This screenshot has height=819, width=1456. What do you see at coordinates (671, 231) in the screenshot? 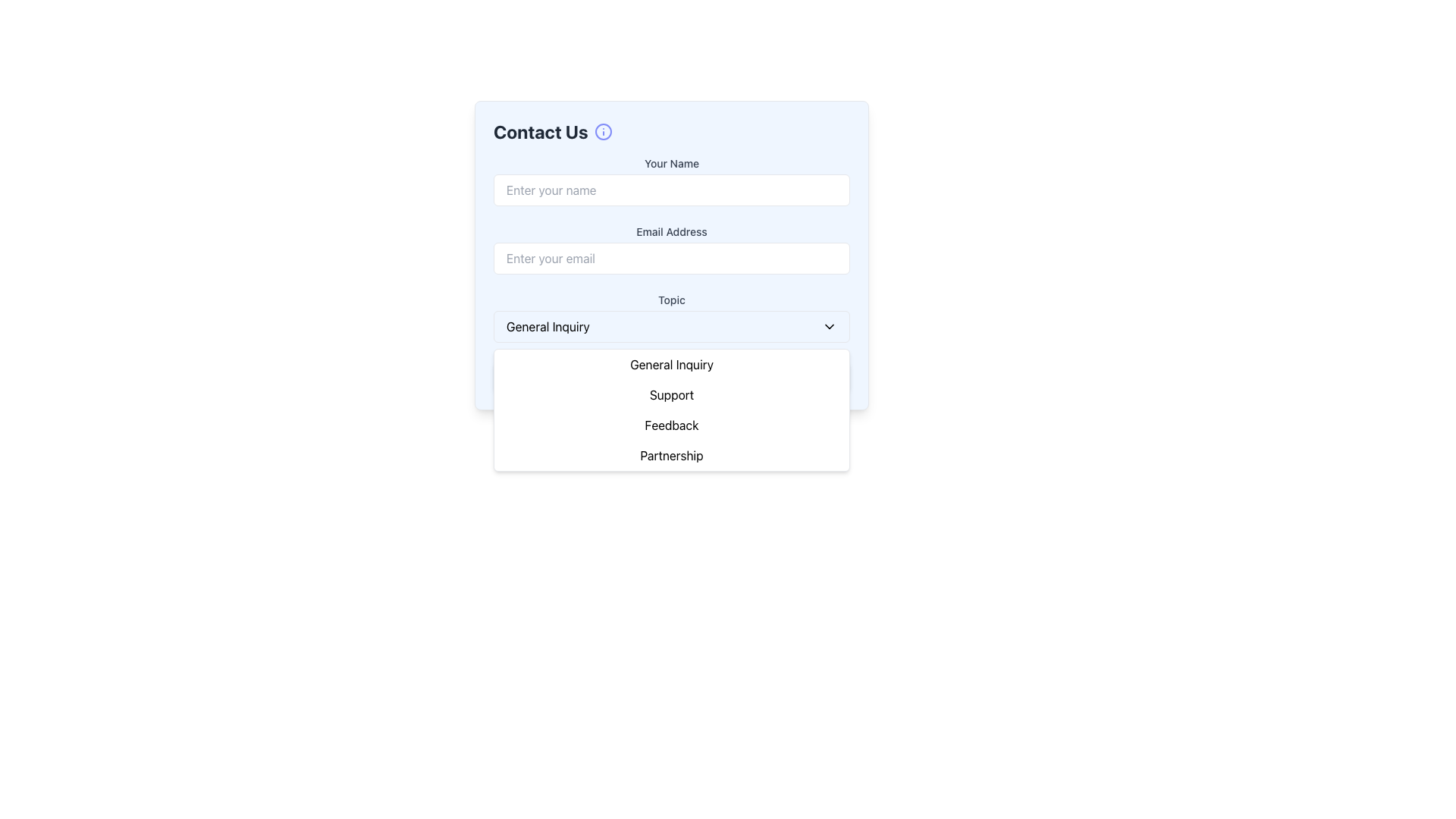
I see `the label that describes the email input field, located in the second section of the form interface, positioned above the corresponding input field` at bounding box center [671, 231].